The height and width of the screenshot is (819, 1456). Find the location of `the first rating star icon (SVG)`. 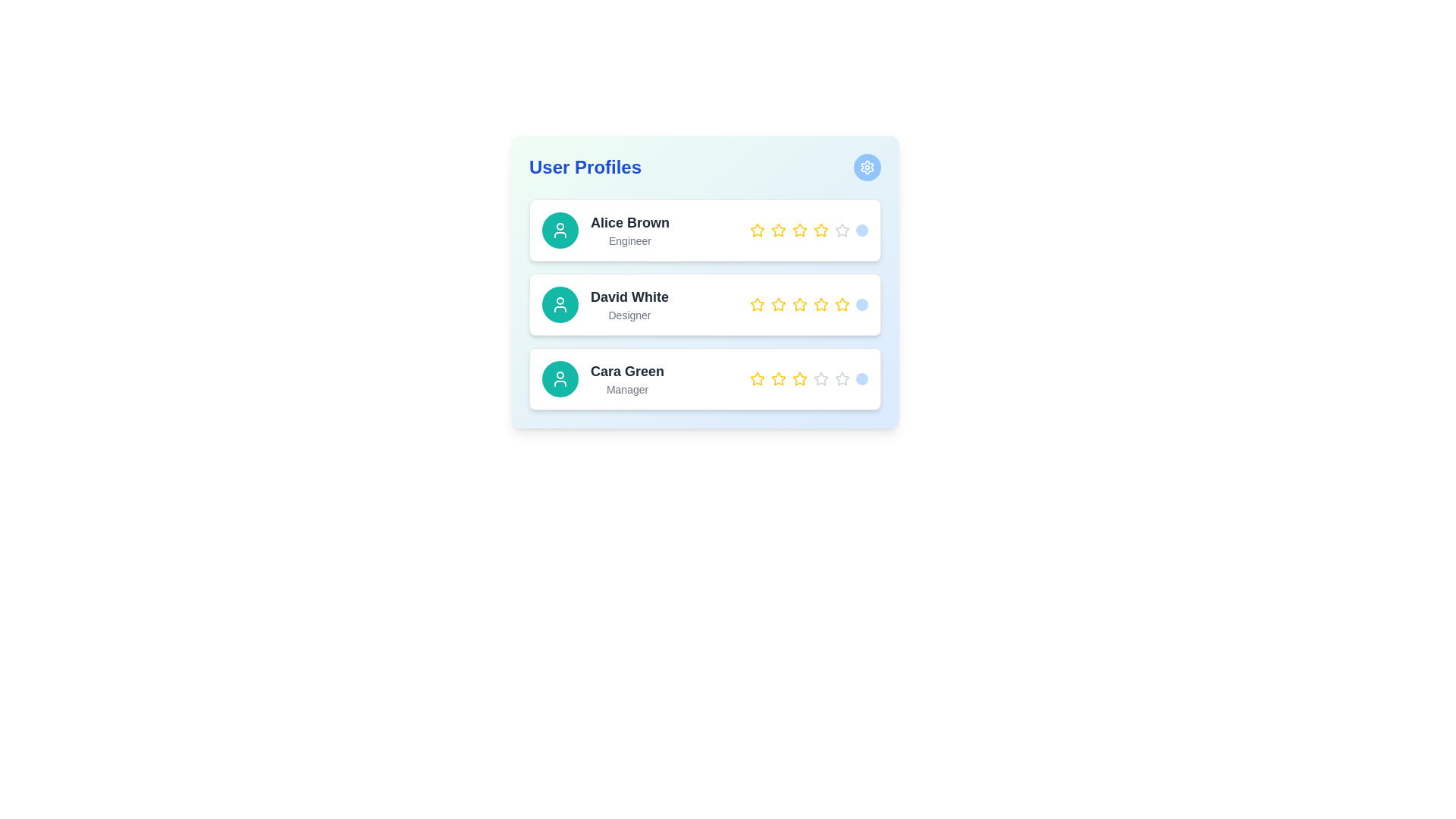

the first rating star icon (SVG) is located at coordinates (757, 230).